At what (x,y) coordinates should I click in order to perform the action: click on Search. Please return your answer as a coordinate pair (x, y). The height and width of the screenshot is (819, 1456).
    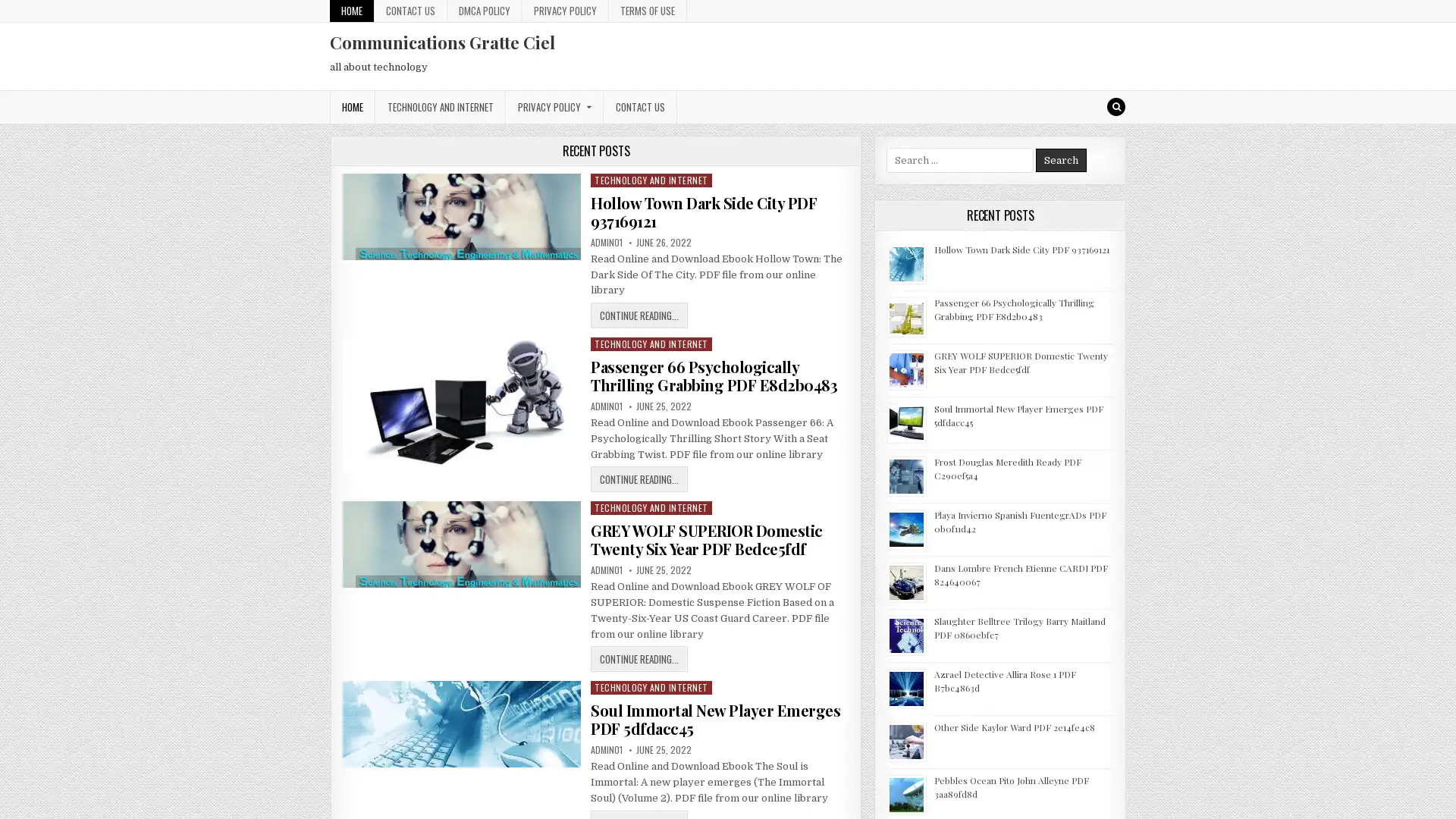
    Looking at the image, I should click on (1060, 160).